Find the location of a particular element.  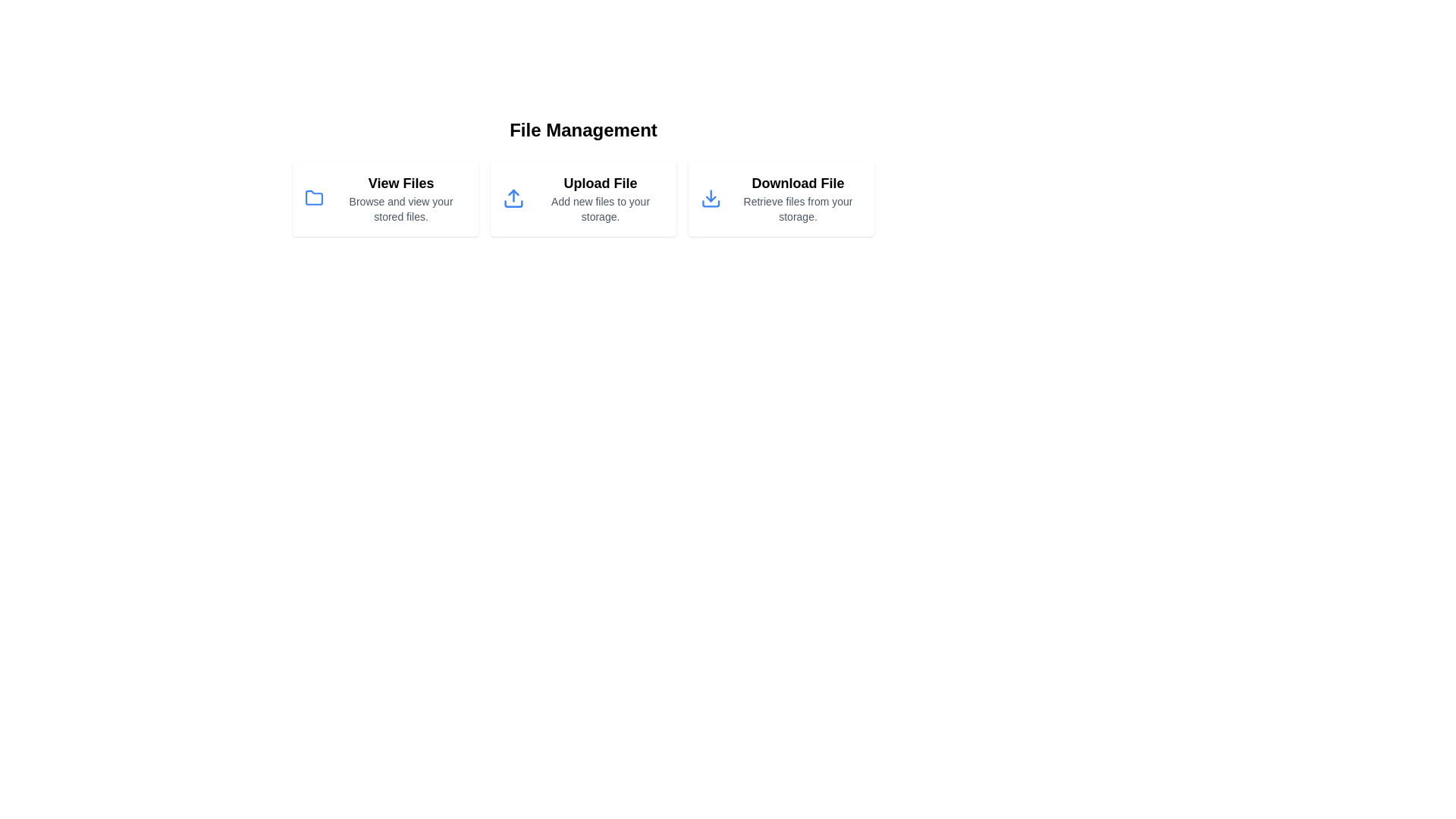

the 'Upload File' button, which features a blue upload icon and bold text is located at coordinates (582, 198).